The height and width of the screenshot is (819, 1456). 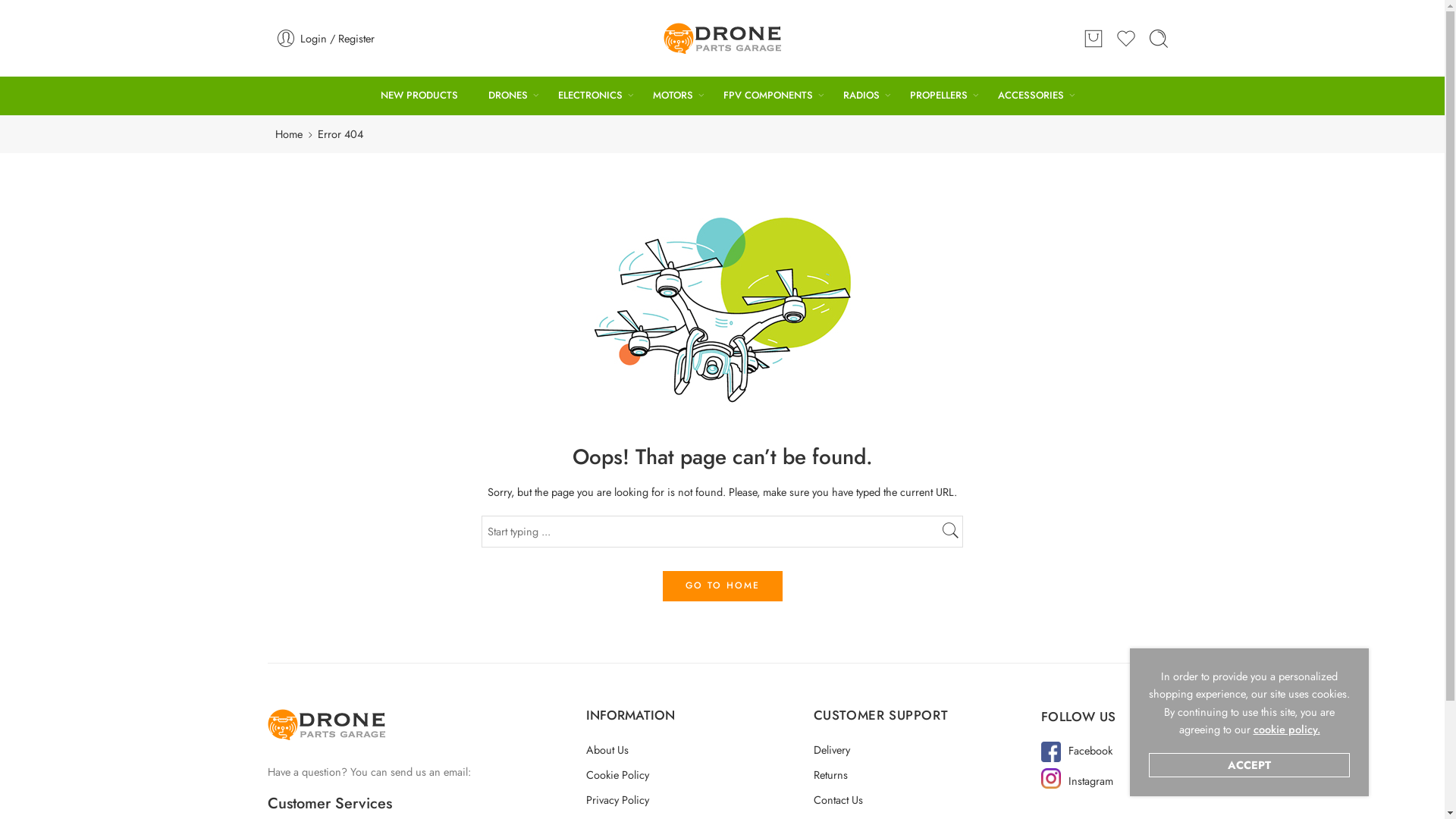 What do you see at coordinates (938, 96) in the screenshot?
I see `'PROPELLERS'` at bounding box center [938, 96].